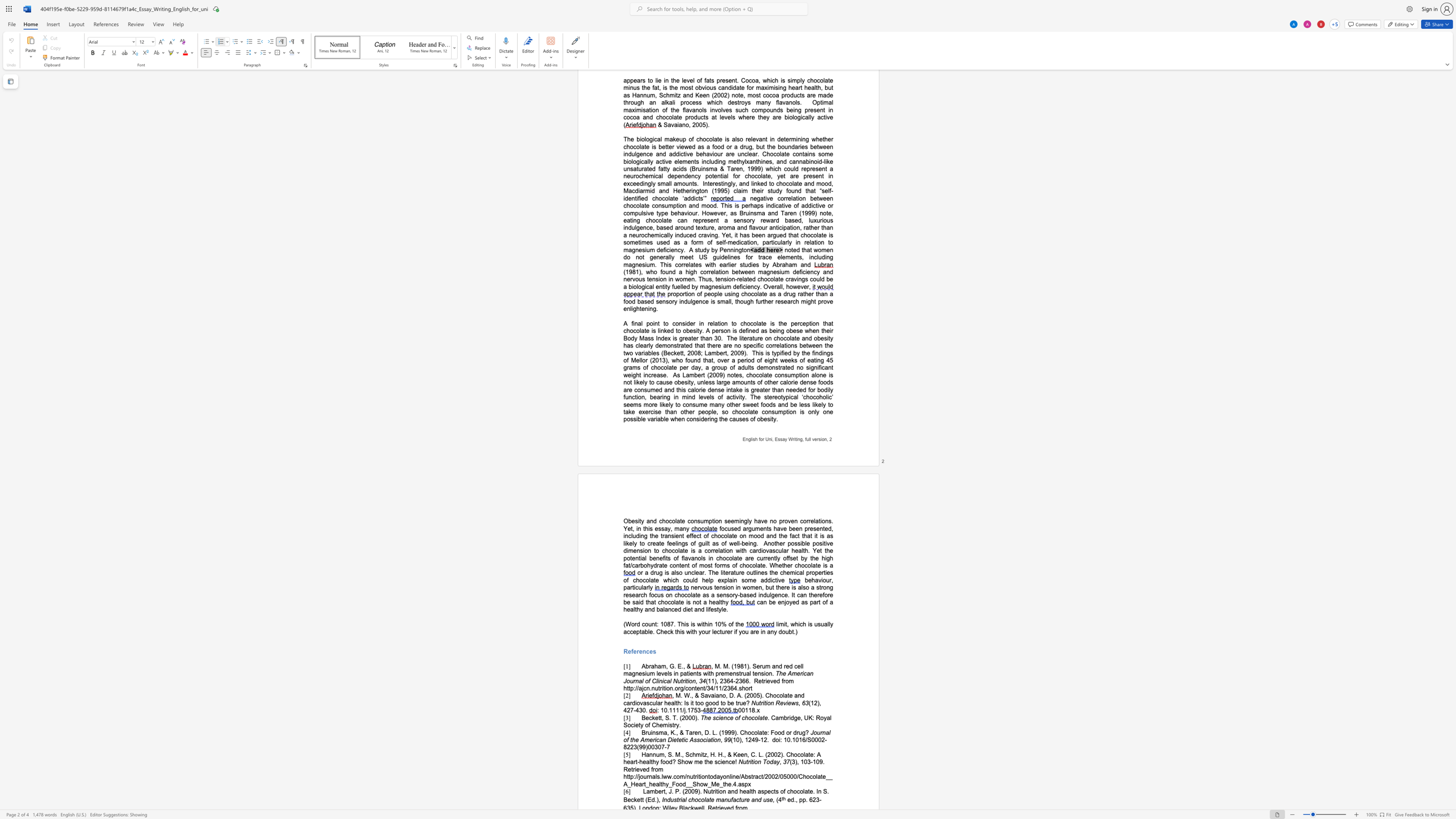 This screenshot has height=819, width=1456. Describe the element at coordinates (749, 761) in the screenshot. I see `the space between the continuous character "r" and "i" in the text` at that location.